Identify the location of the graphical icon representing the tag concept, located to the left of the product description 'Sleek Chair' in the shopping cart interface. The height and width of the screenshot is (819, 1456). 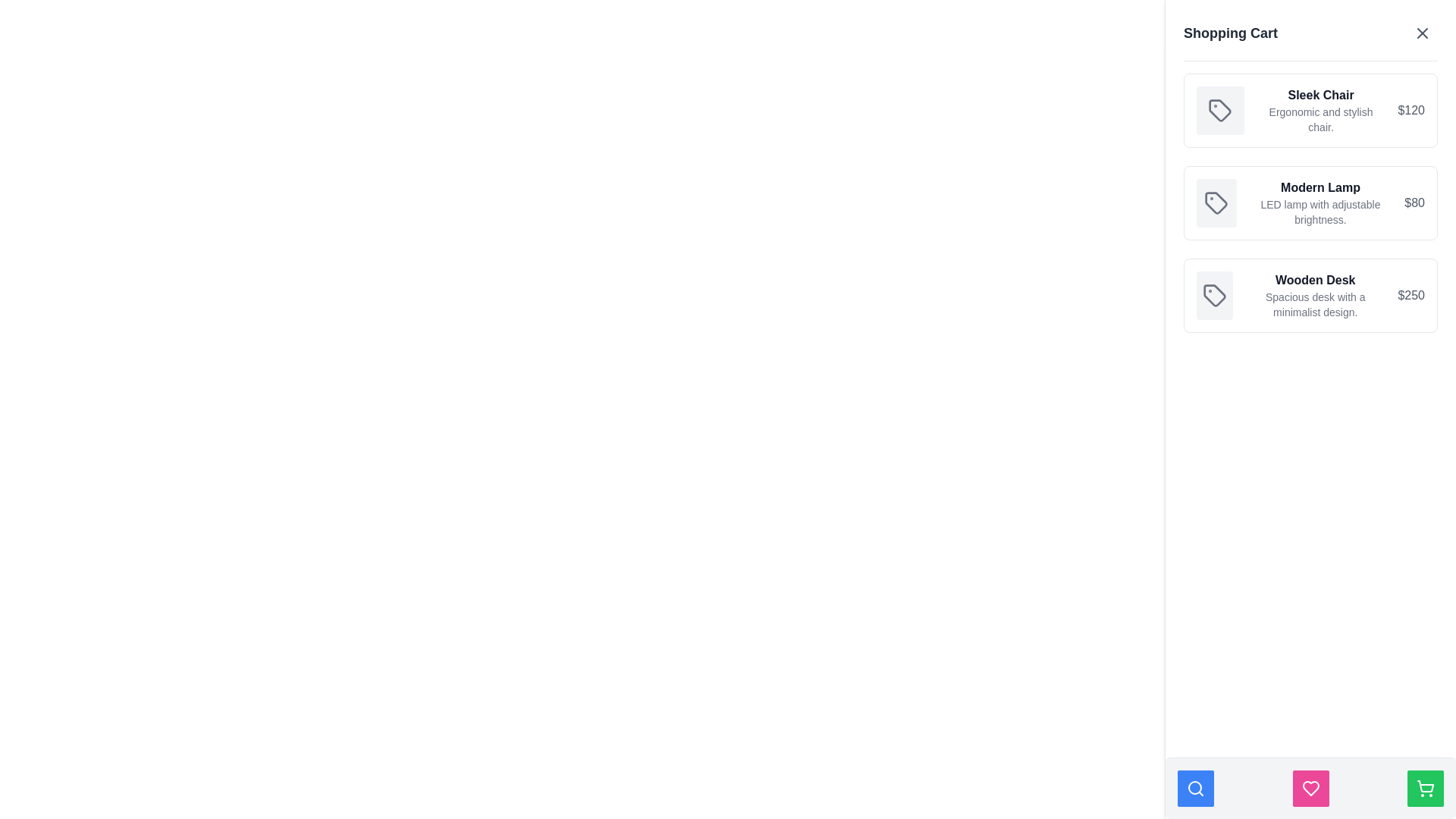
(1220, 110).